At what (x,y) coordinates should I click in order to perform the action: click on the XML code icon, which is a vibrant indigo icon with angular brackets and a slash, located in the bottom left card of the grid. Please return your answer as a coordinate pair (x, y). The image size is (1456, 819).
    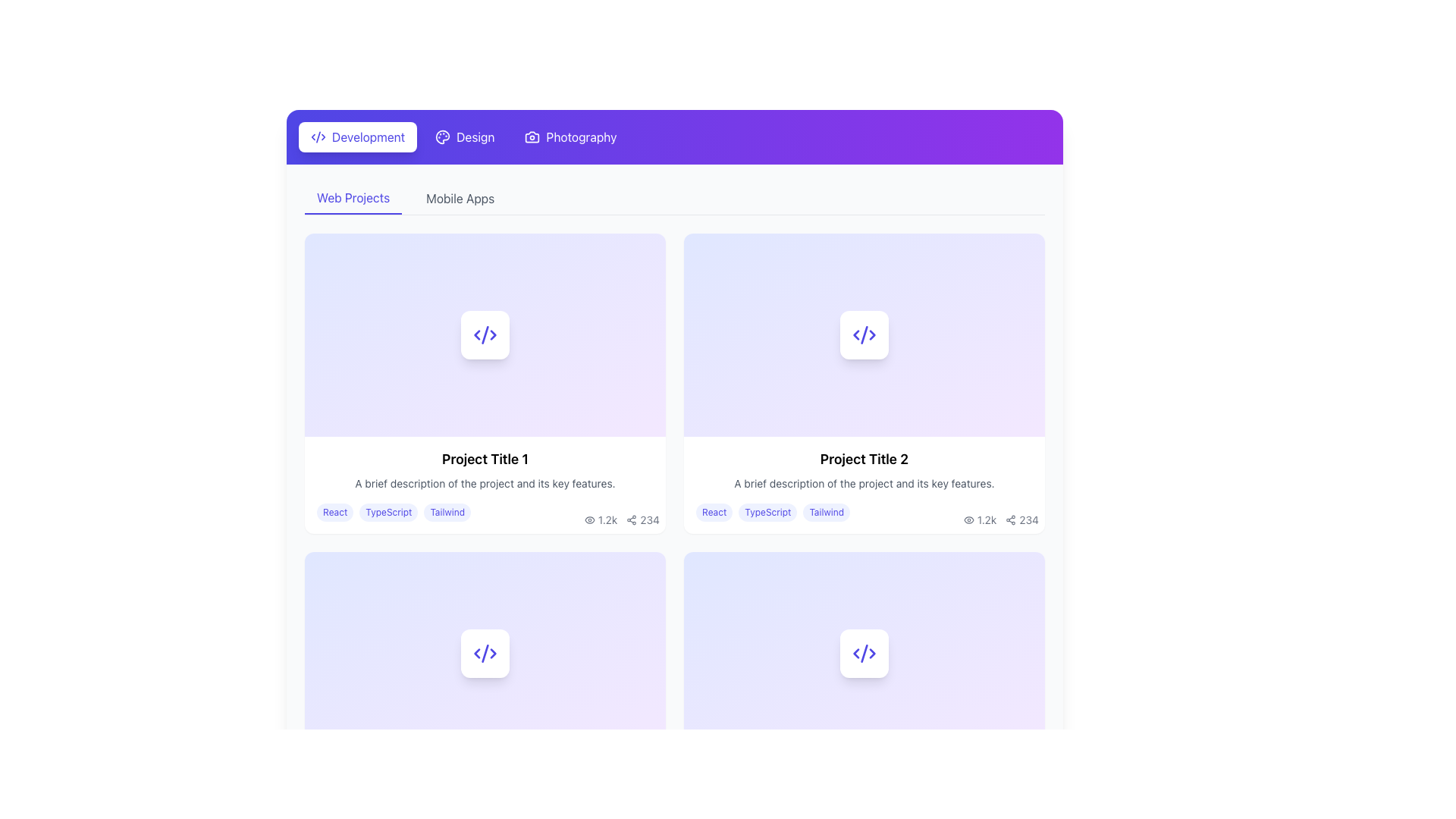
    Looking at the image, I should click on (864, 651).